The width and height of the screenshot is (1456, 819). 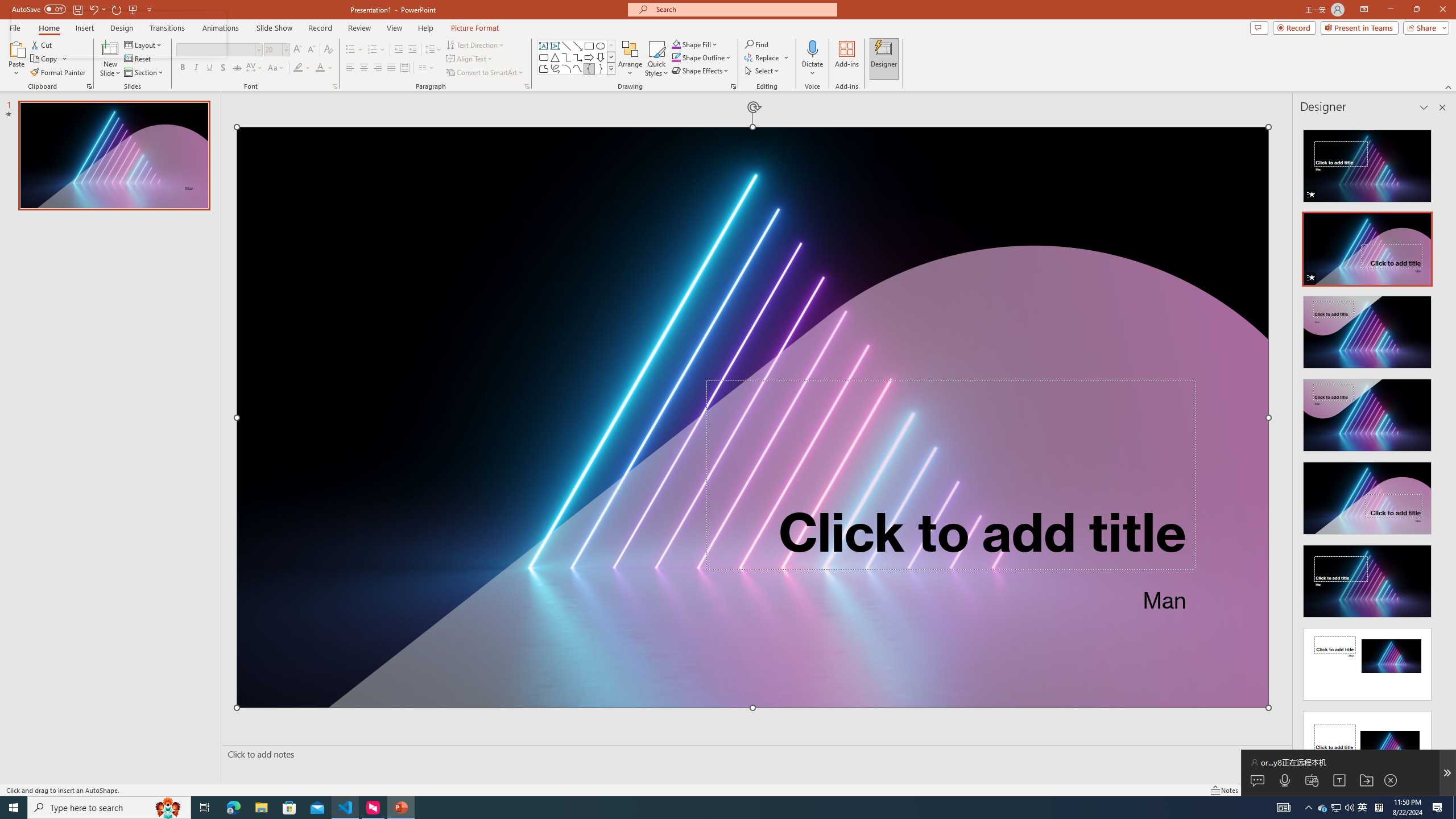 What do you see at coordinates (167, 28) in the screenshot?
I see `'Transitions'` at bounding box center [167, 28].